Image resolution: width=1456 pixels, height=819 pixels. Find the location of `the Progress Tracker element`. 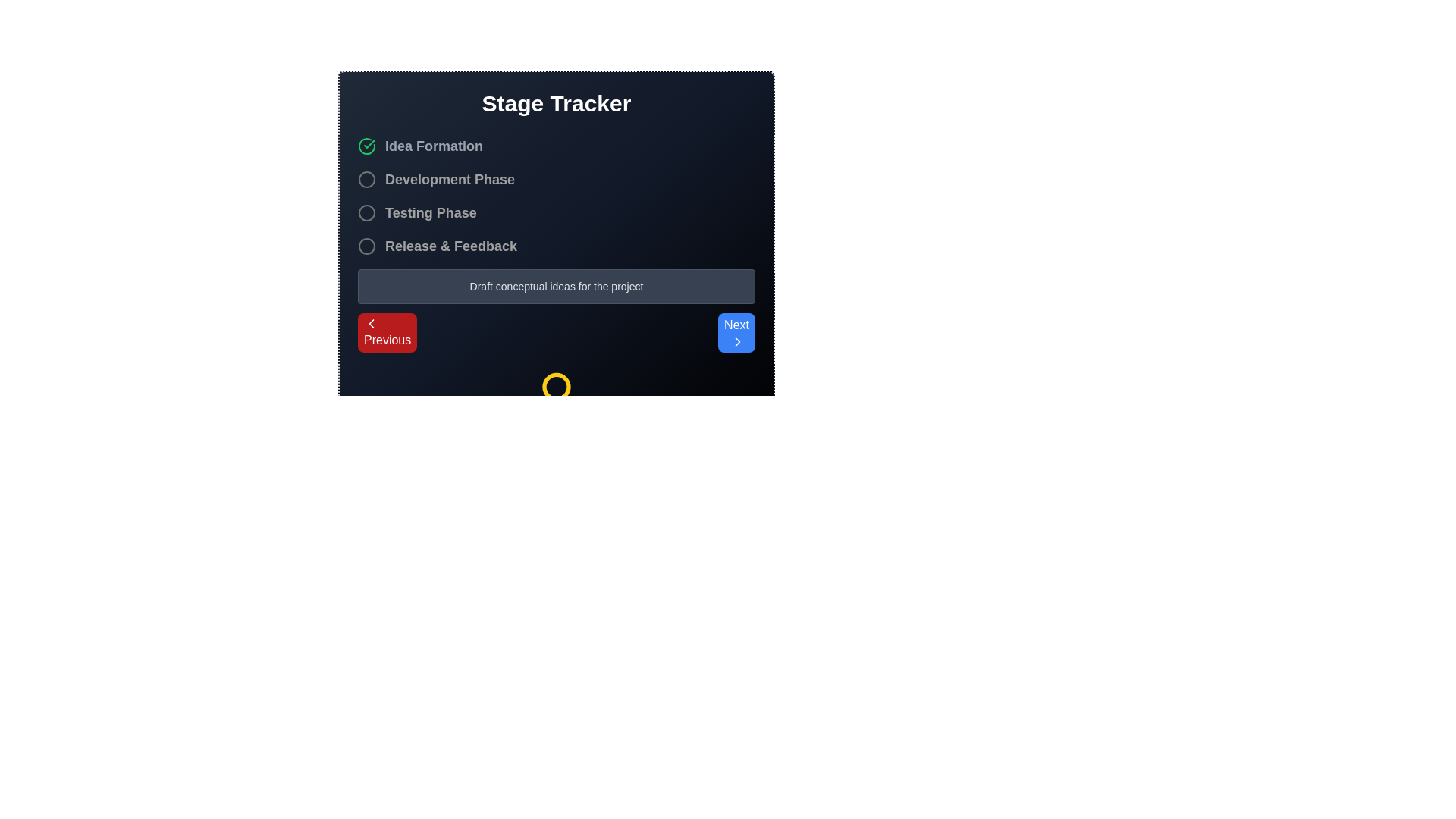

the Progress Tracker element is located at coordinates (556, 195).